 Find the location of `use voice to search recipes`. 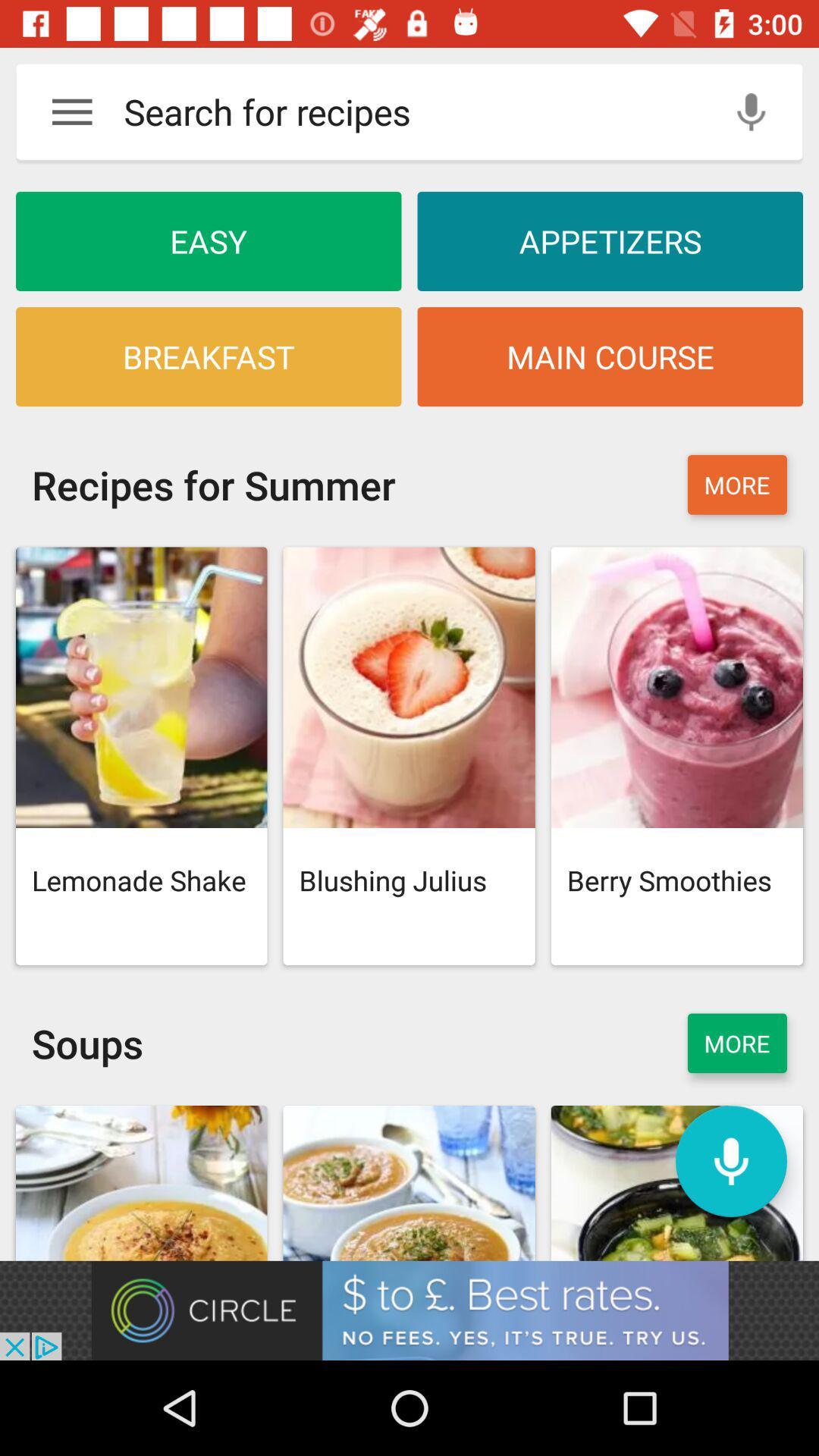

use voice to search recipes is located at coordinates (751, 111).